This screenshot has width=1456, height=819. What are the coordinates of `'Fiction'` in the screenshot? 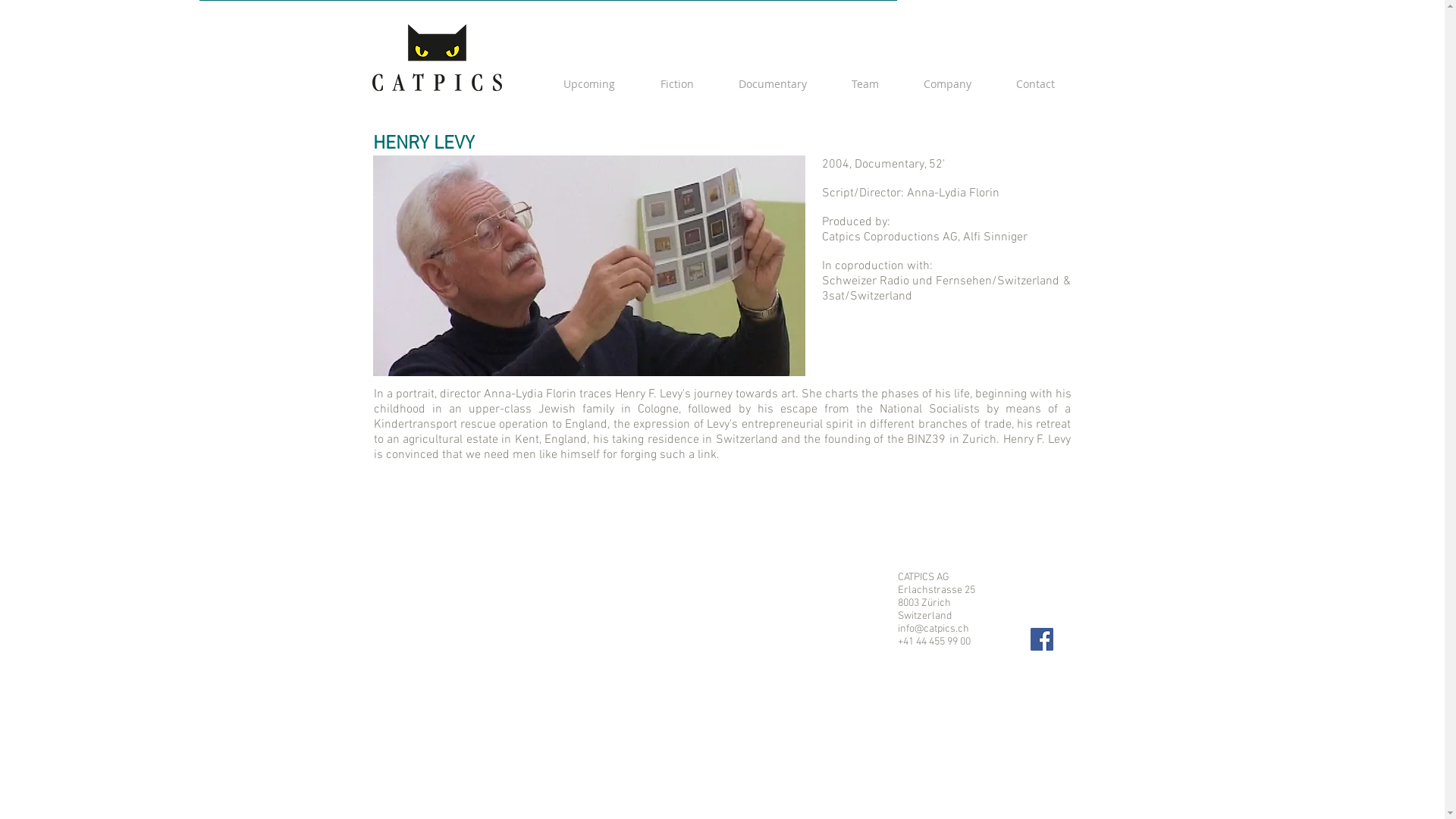 It's located at (676, 84).